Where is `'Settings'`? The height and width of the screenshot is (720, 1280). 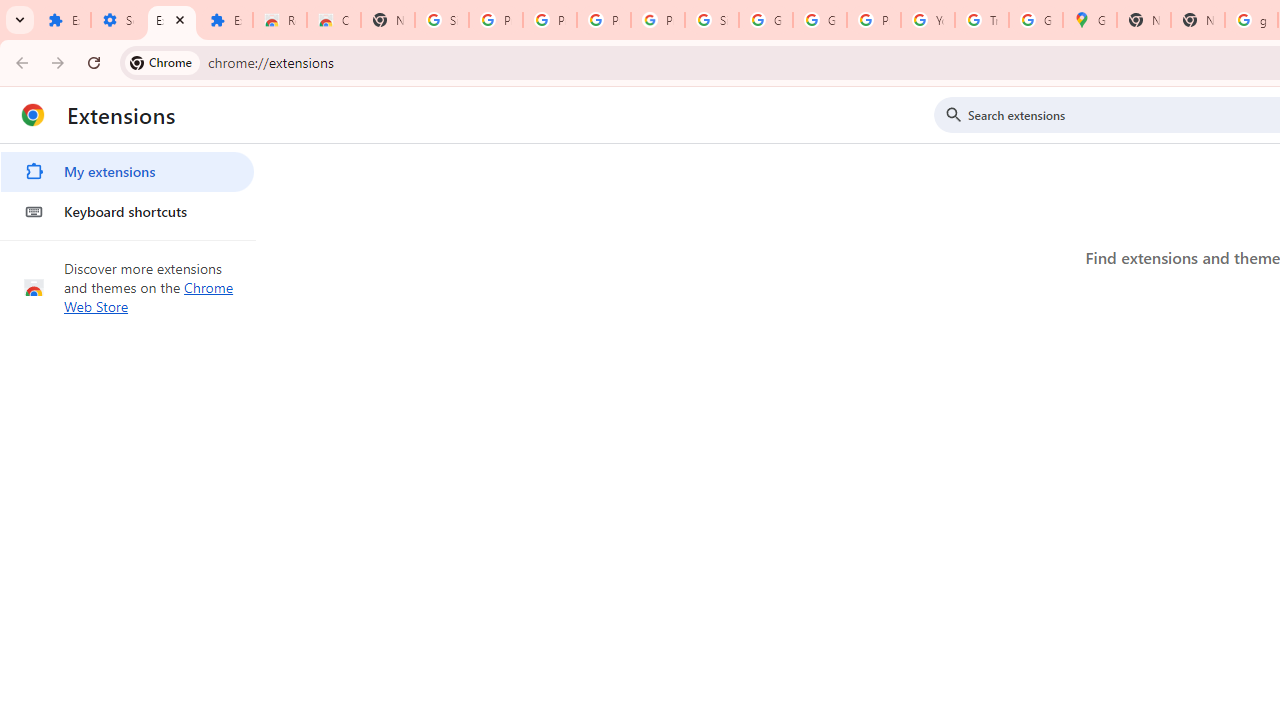
'Settings' is located at coordinates (116, 20).